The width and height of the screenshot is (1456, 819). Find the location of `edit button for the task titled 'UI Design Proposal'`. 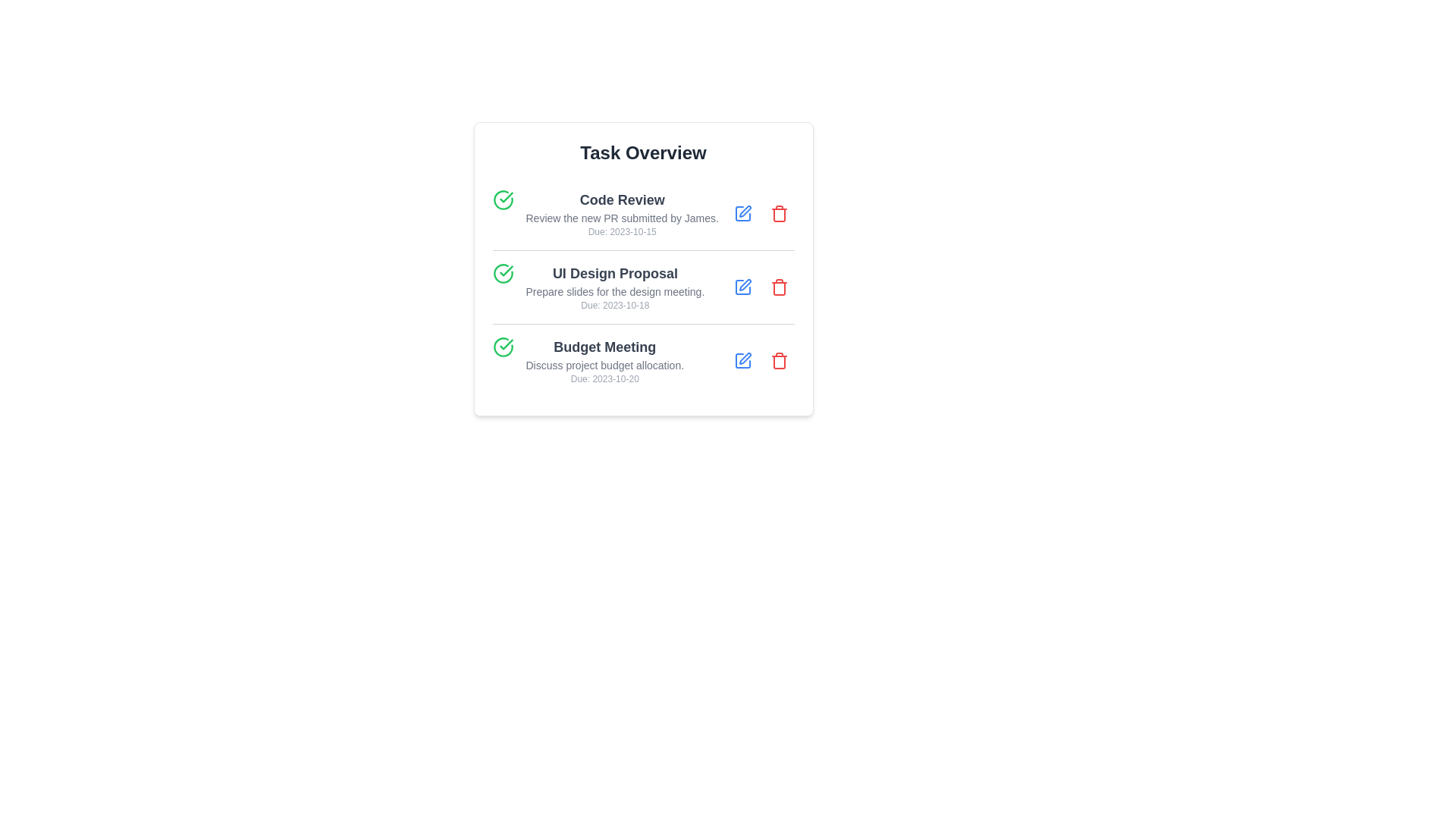

edit button for the task titled 'UI Design Proposal' is located at coordinates (742, 287).